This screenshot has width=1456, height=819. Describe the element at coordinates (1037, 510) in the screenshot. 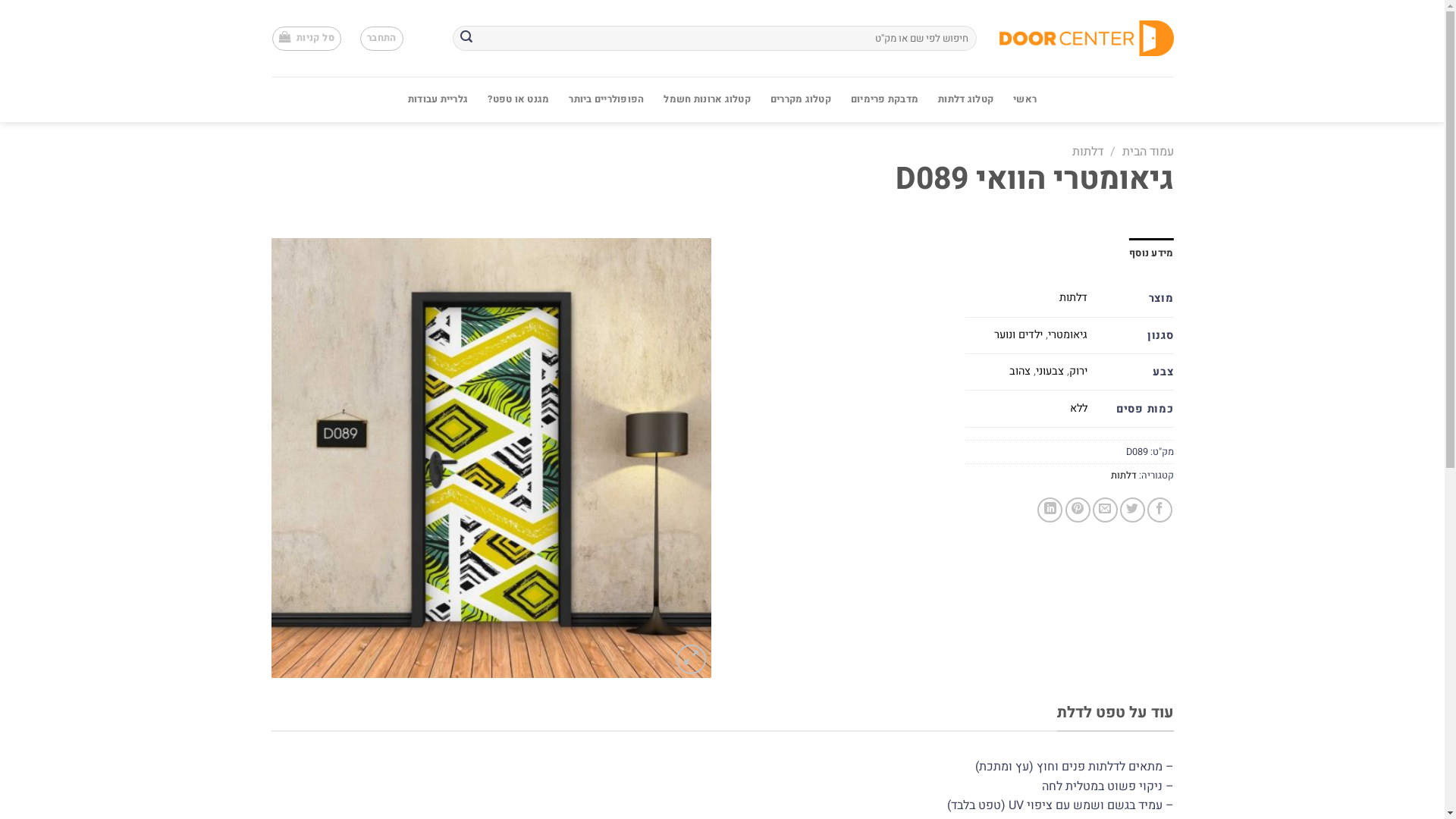

I see `'Share on LinkedIn'` at that location.